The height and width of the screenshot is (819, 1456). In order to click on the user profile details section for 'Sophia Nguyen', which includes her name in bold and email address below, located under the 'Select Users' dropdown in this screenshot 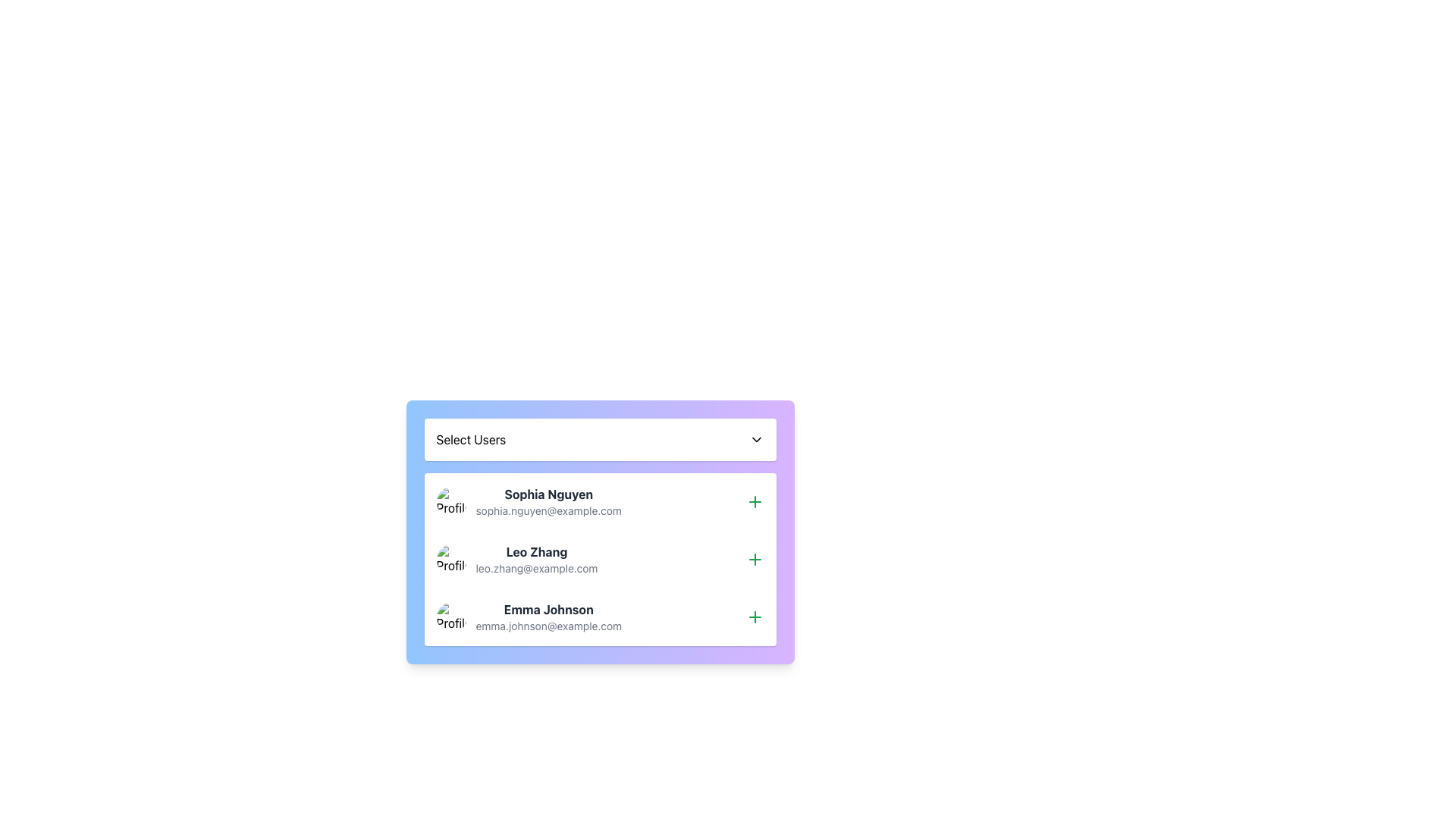, I will do `click(548, 502)`.